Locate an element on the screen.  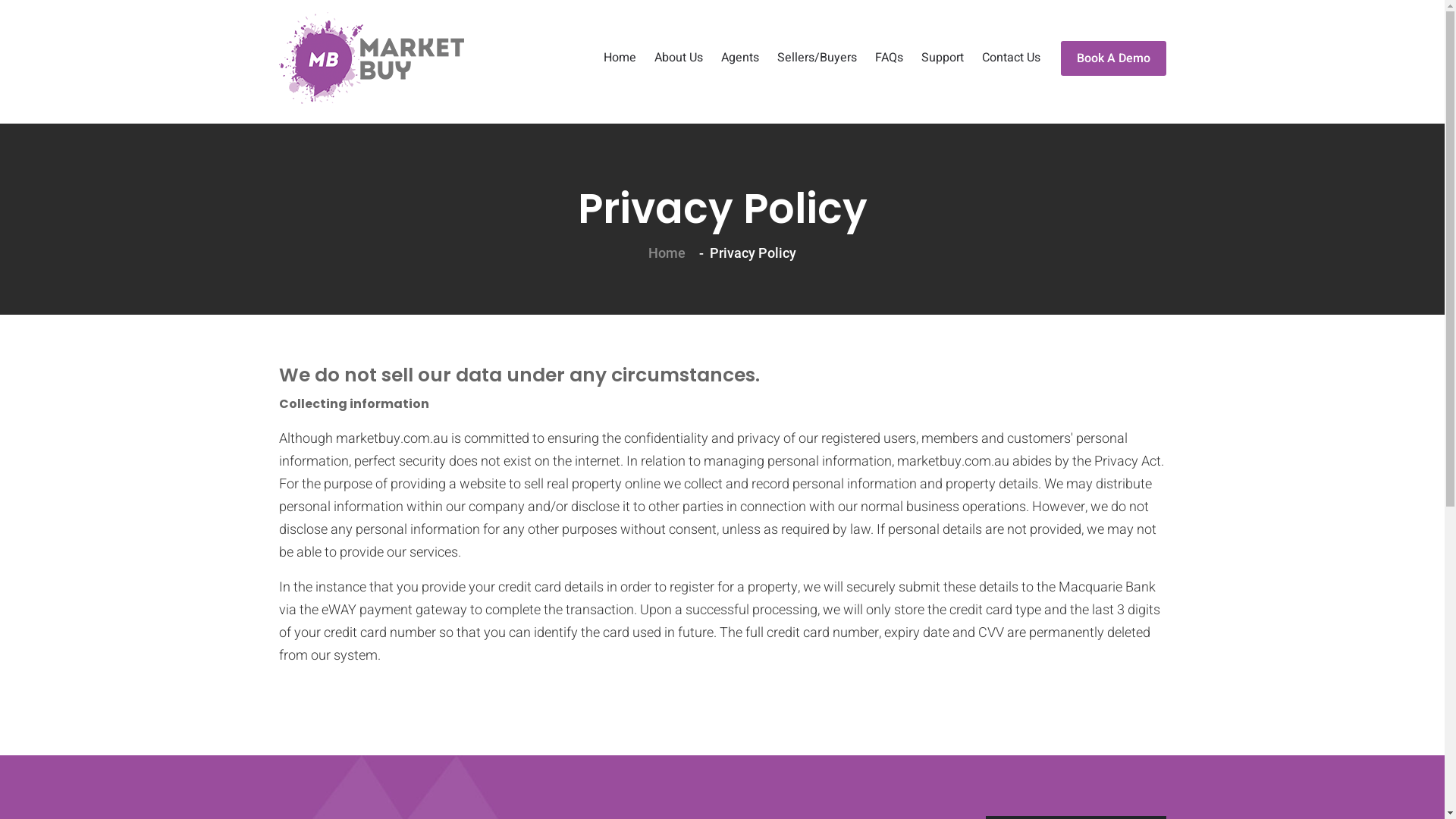
'Home' is located at coordinates (620, 58).